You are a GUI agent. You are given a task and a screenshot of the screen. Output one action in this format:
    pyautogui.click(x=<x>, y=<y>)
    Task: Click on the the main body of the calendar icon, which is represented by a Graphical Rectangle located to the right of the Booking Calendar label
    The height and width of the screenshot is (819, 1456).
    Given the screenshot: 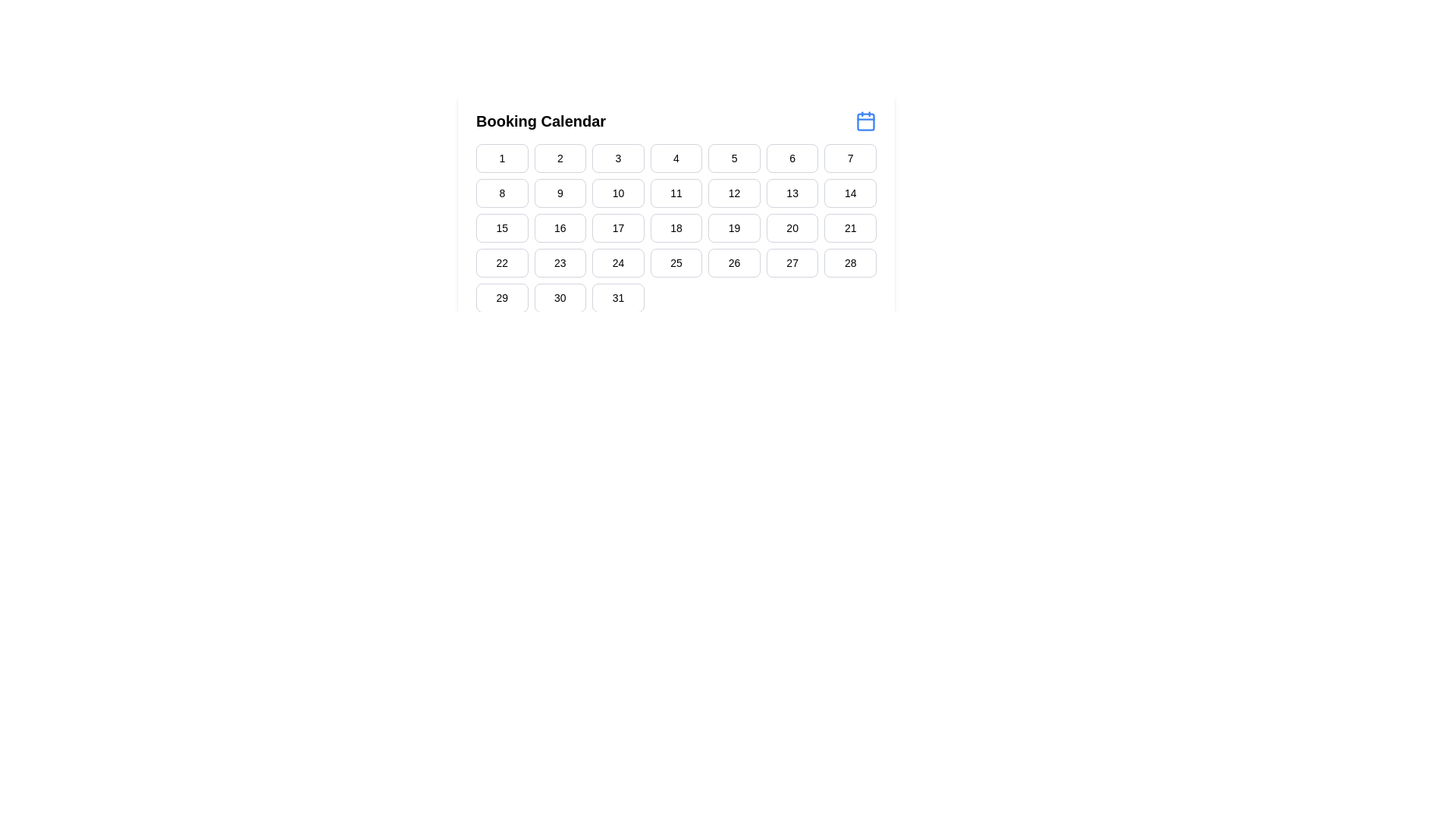 What is the action you would take?
    pyautogui.click(x=866, y=121)
    